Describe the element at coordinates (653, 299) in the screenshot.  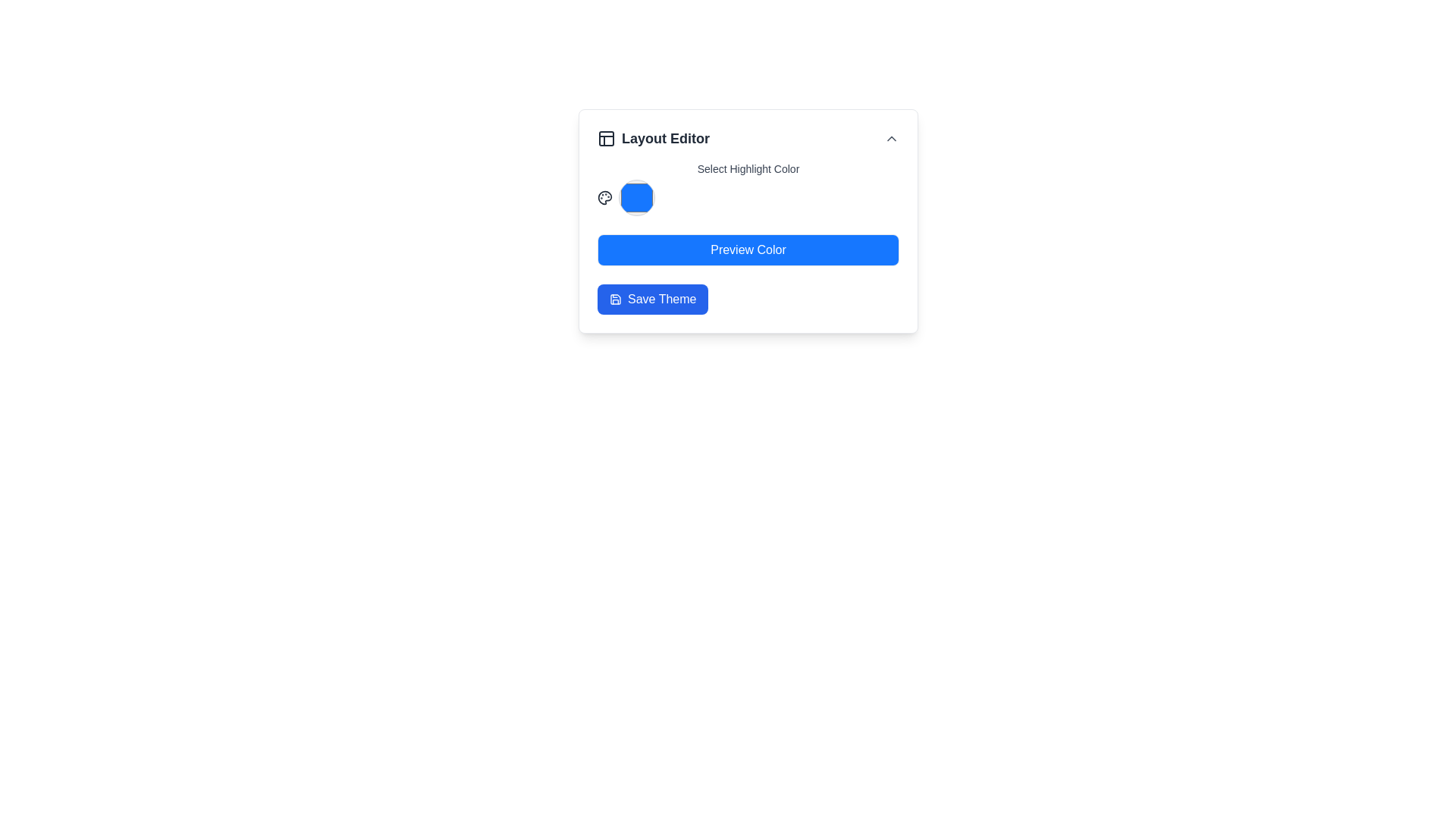
I see `the save button located at the bottom of the column, below the blue 'Preview Color' button` at that location.